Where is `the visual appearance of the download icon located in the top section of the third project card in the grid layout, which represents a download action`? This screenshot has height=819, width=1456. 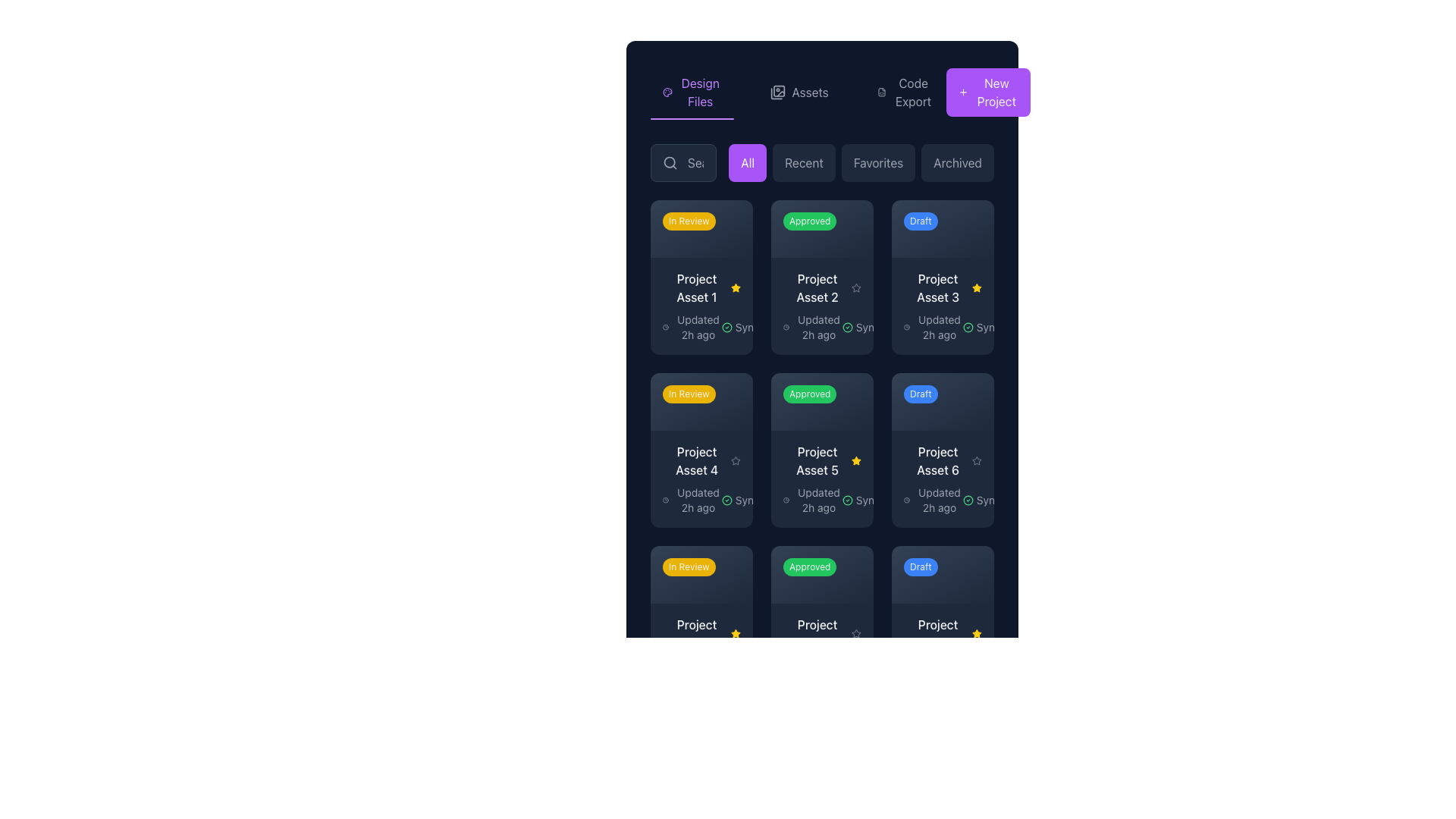
the visual appearance of the download icon located in the top section of the third project card in the grid layout, which represents a download action is located at coordinates (667, 224).